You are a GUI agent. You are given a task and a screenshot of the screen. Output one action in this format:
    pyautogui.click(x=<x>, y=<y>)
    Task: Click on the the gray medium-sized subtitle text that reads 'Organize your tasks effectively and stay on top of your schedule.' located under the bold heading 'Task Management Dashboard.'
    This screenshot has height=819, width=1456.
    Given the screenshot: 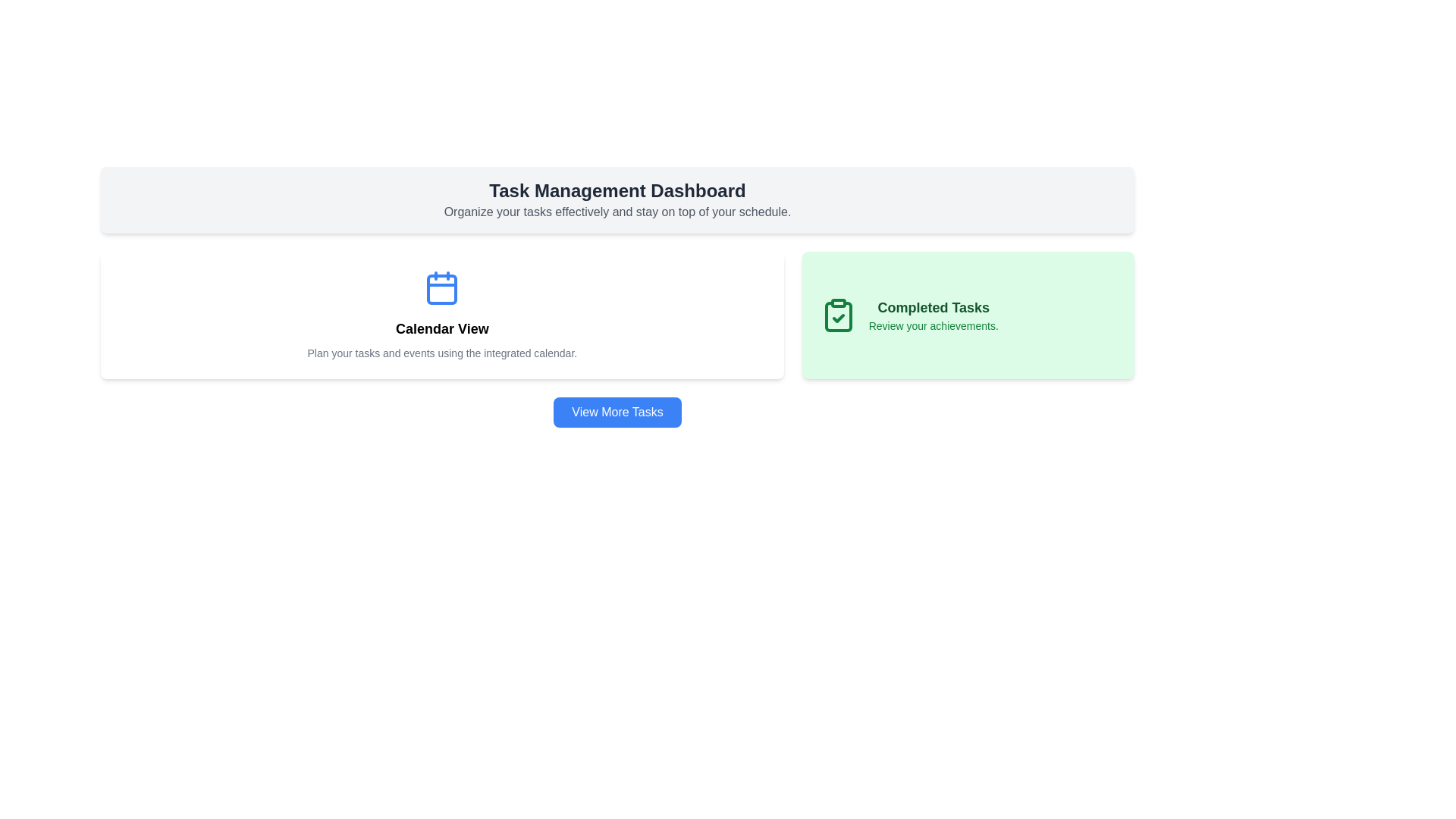 What is the action you would take?
    pyautogui.click(x=617, y=212)
    